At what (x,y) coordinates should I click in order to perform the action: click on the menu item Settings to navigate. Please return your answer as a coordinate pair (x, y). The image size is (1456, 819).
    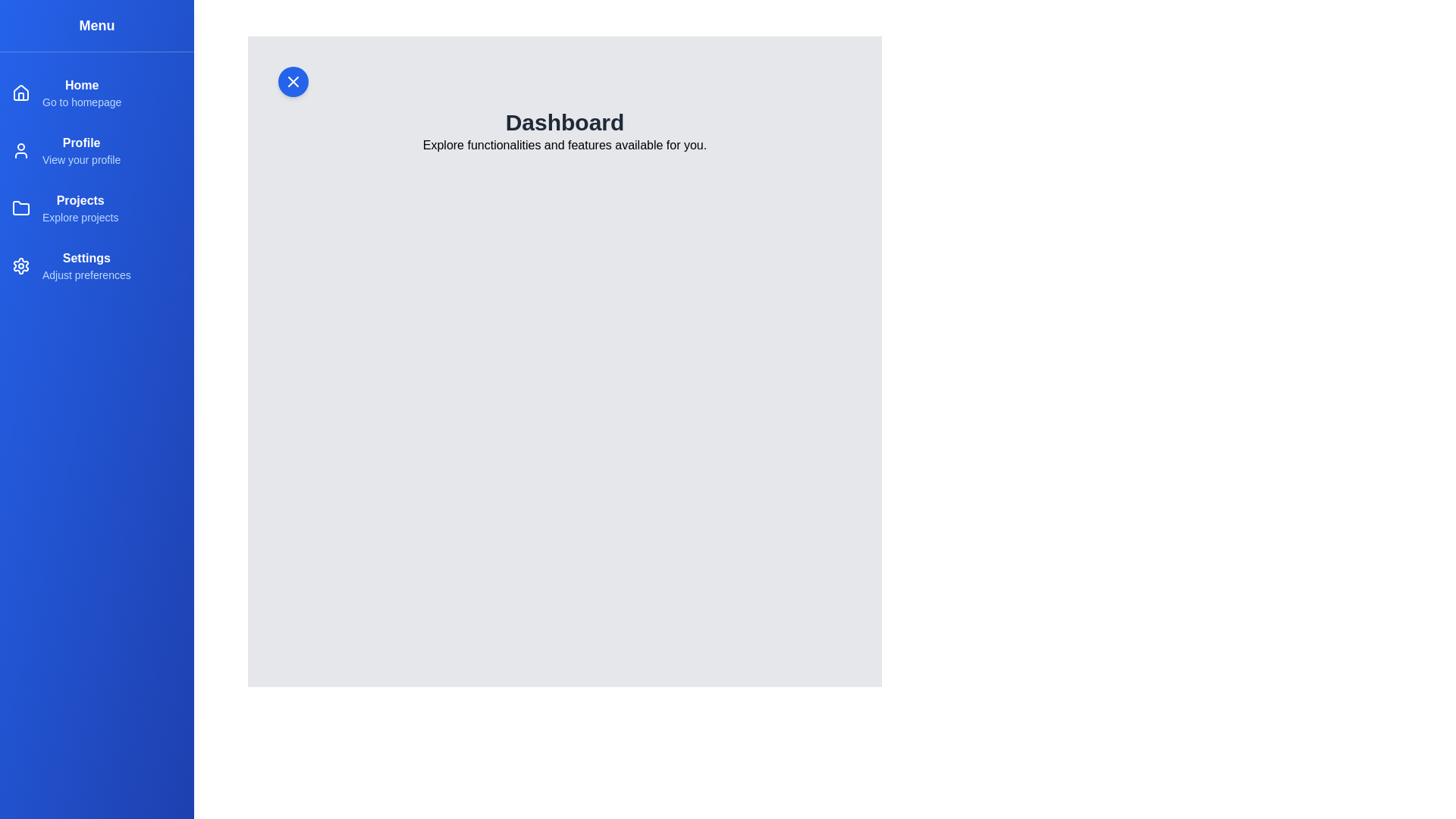
    Looking at the image, I should click on (86, 257).